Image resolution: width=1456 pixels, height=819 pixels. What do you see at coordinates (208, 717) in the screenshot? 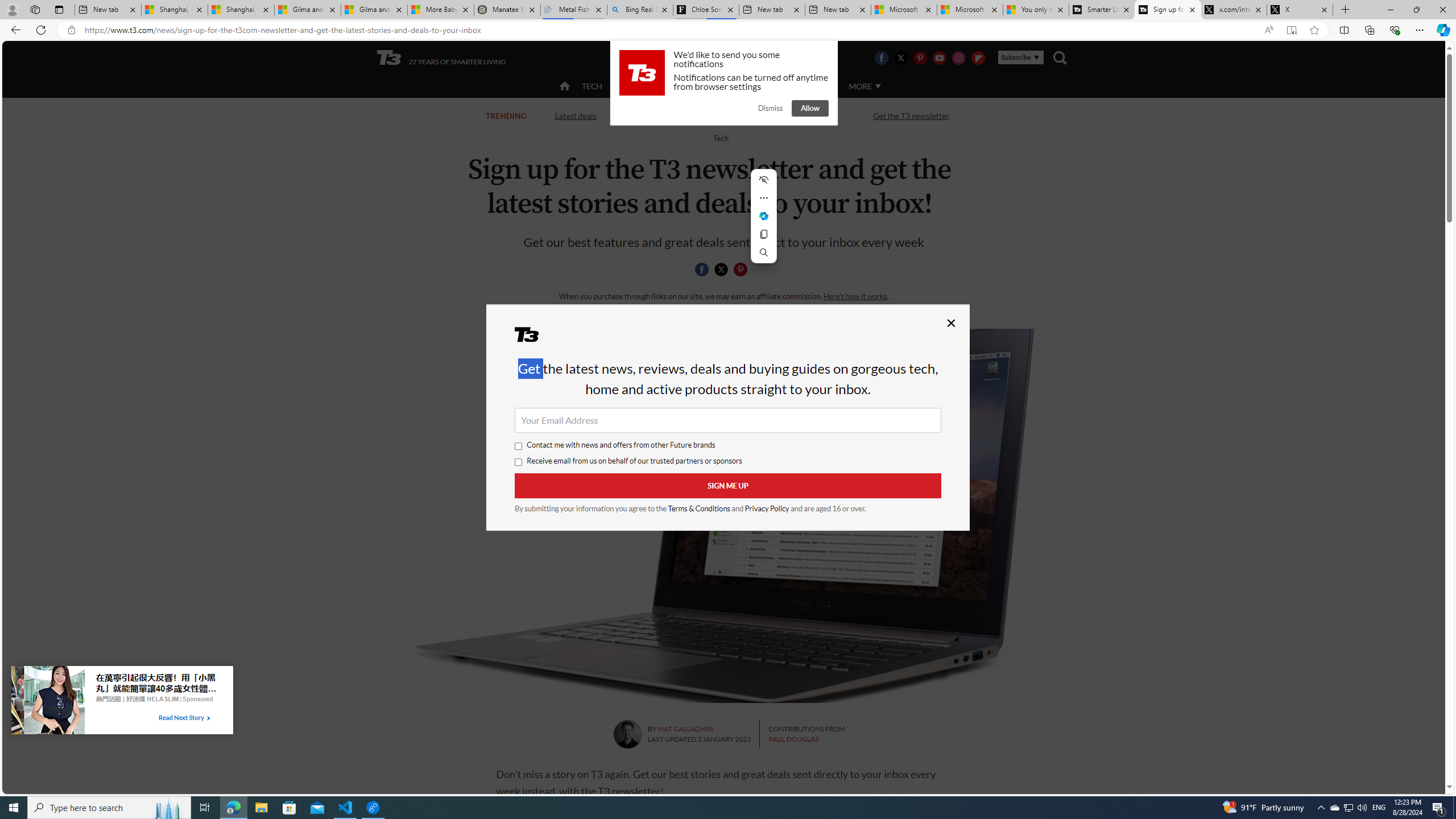
I see `'Class: tbl-arrow-icon arrow-2'` at bounding box center [208, 717].